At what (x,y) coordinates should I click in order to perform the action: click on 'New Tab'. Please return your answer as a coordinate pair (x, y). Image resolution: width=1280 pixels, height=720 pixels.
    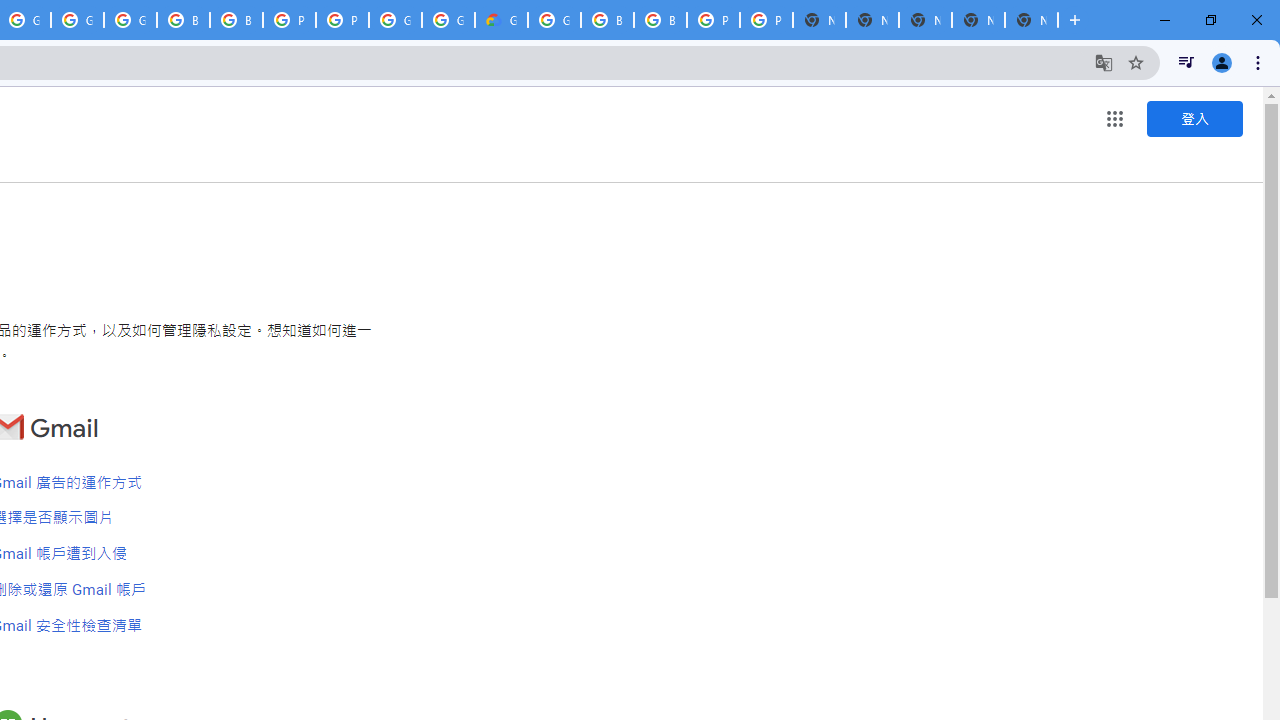
    Looking at the image, I should click on (1031, 20).